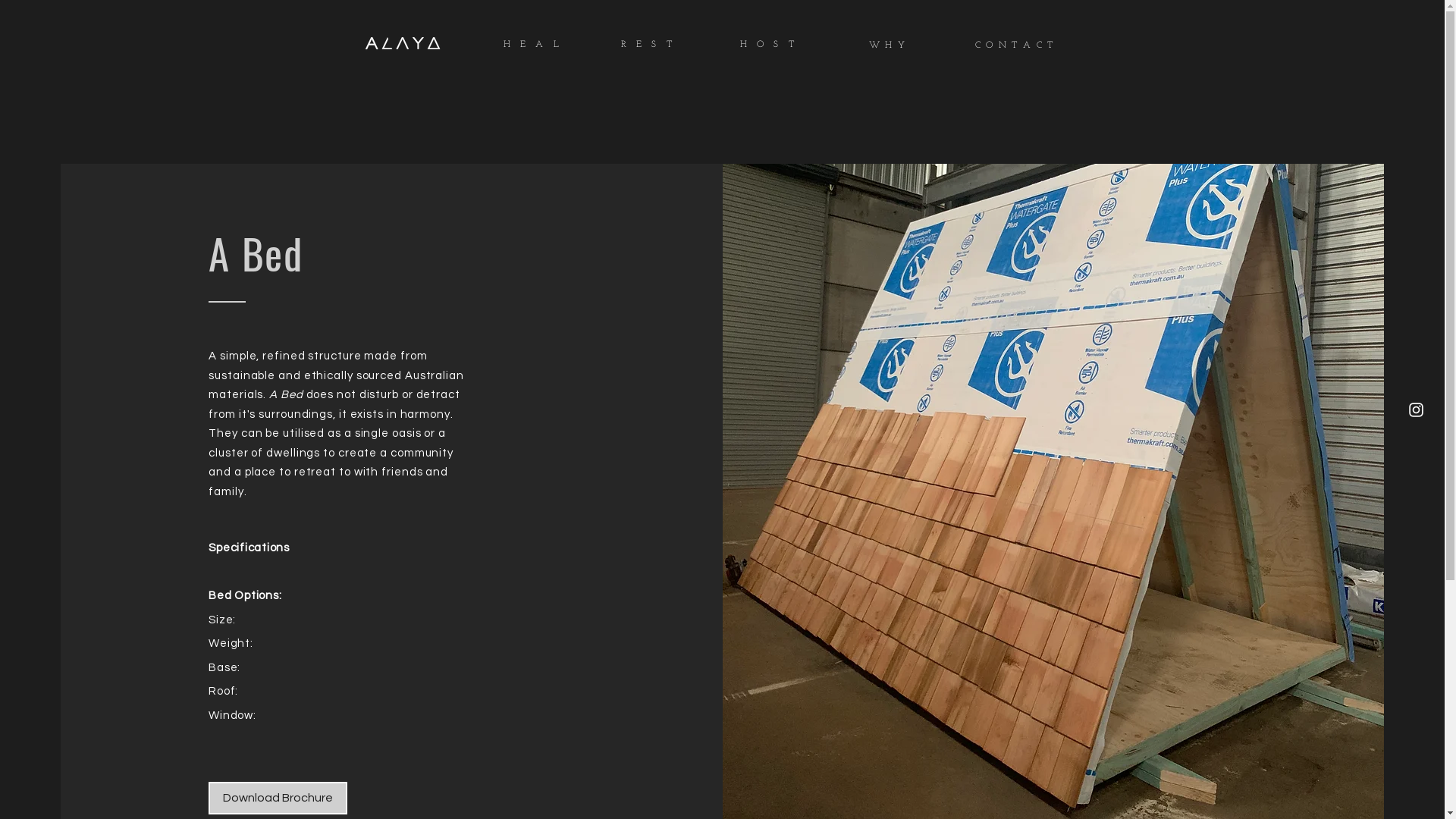  What do you see at coordinates (869, 42) in the screenshot?
I see `'W H Y'` at bounding box center [869, 42].